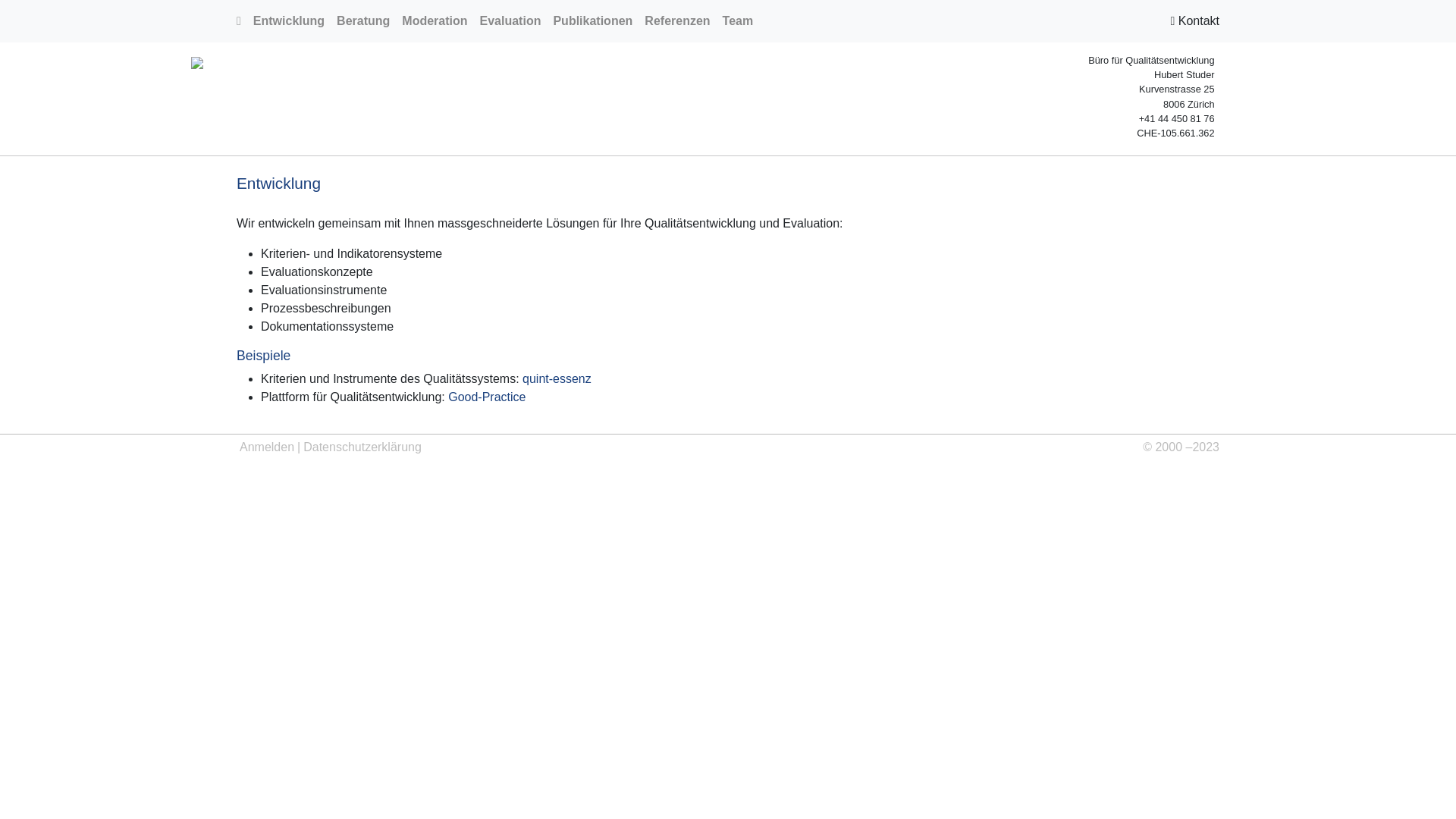  What do you see at coordinates (288, 20) in the screenshot?
I see `'Entwicklung'` at bounding box center [288, 20].